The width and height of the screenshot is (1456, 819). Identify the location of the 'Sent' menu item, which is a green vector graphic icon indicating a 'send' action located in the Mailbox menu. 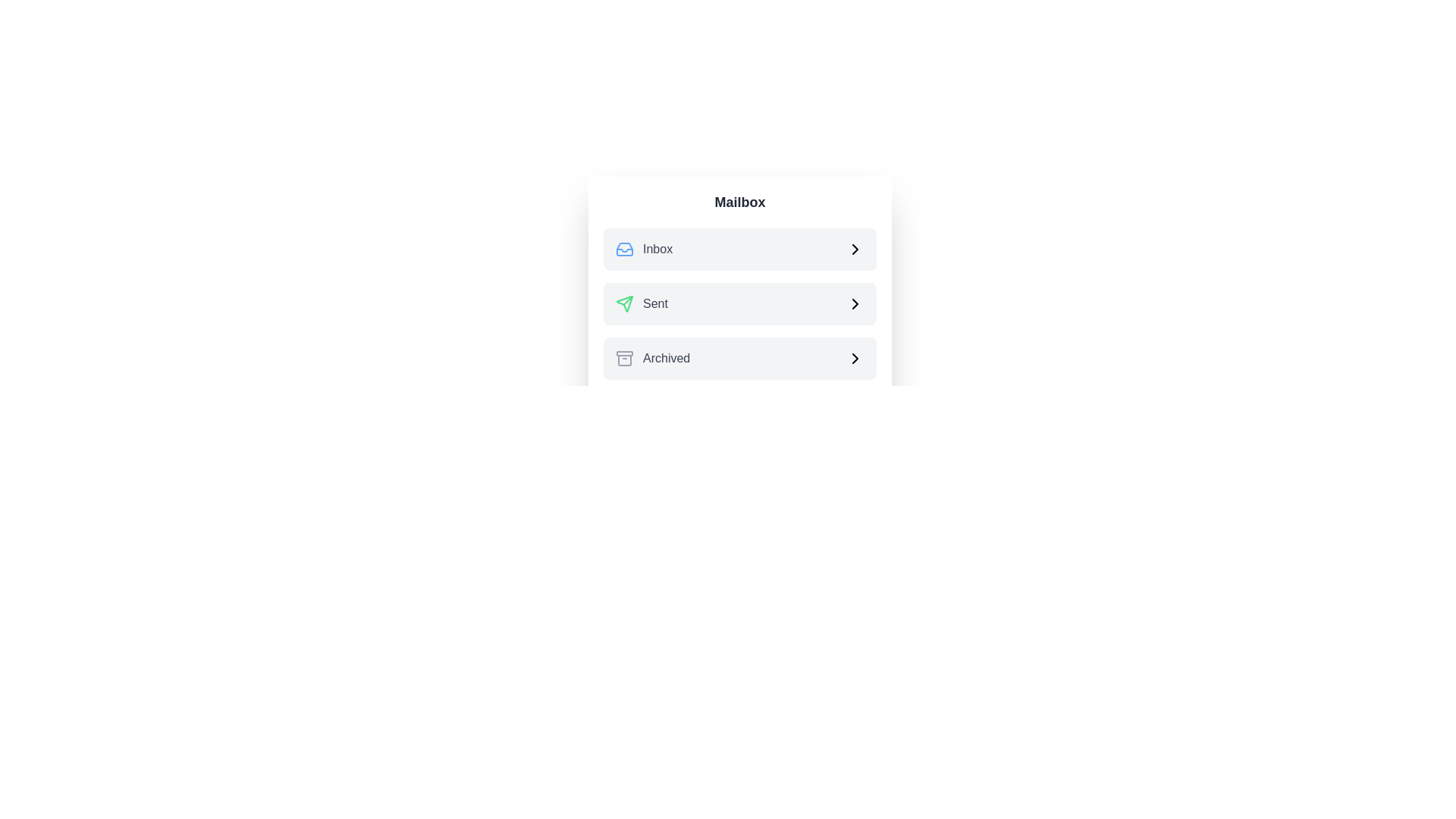
(628, 300).